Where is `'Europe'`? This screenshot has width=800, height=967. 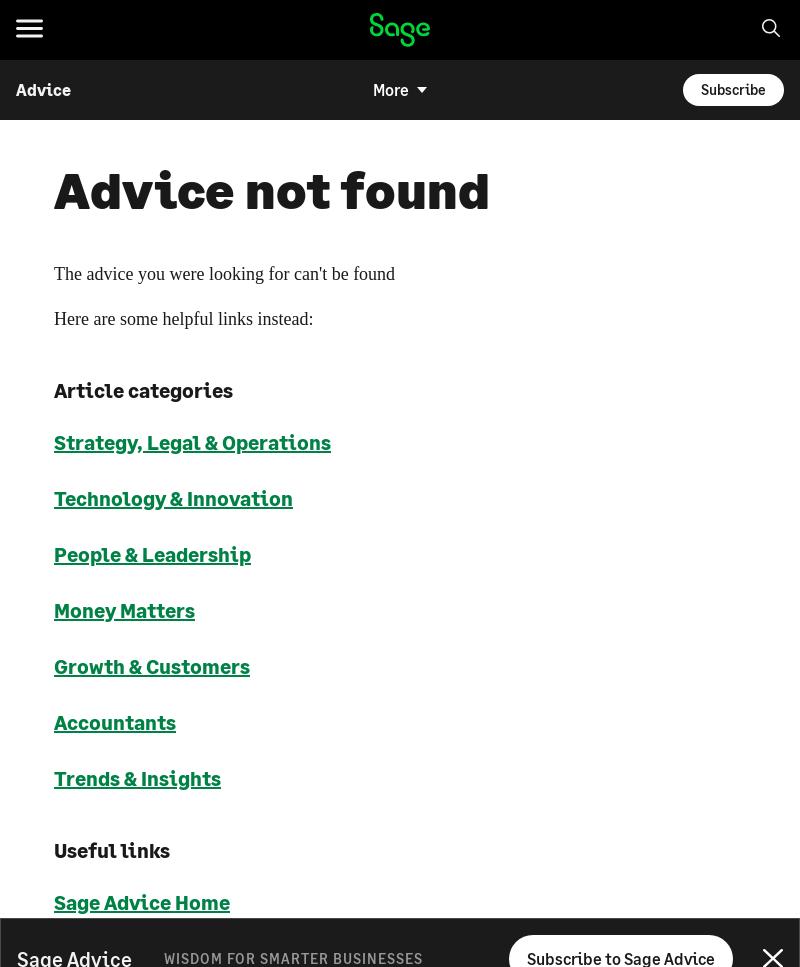 'Europe' is located at coordinates (147, 383).